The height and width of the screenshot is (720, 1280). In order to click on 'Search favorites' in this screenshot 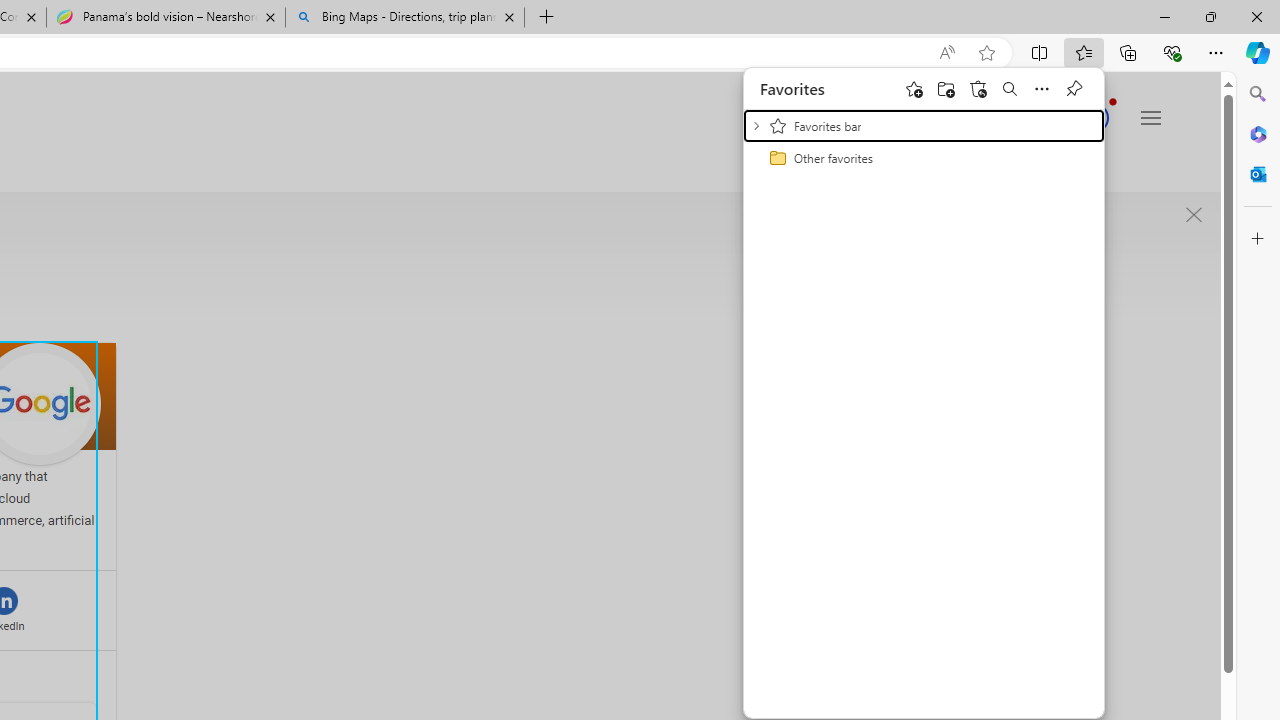, I will do `click(1009, 87)`.